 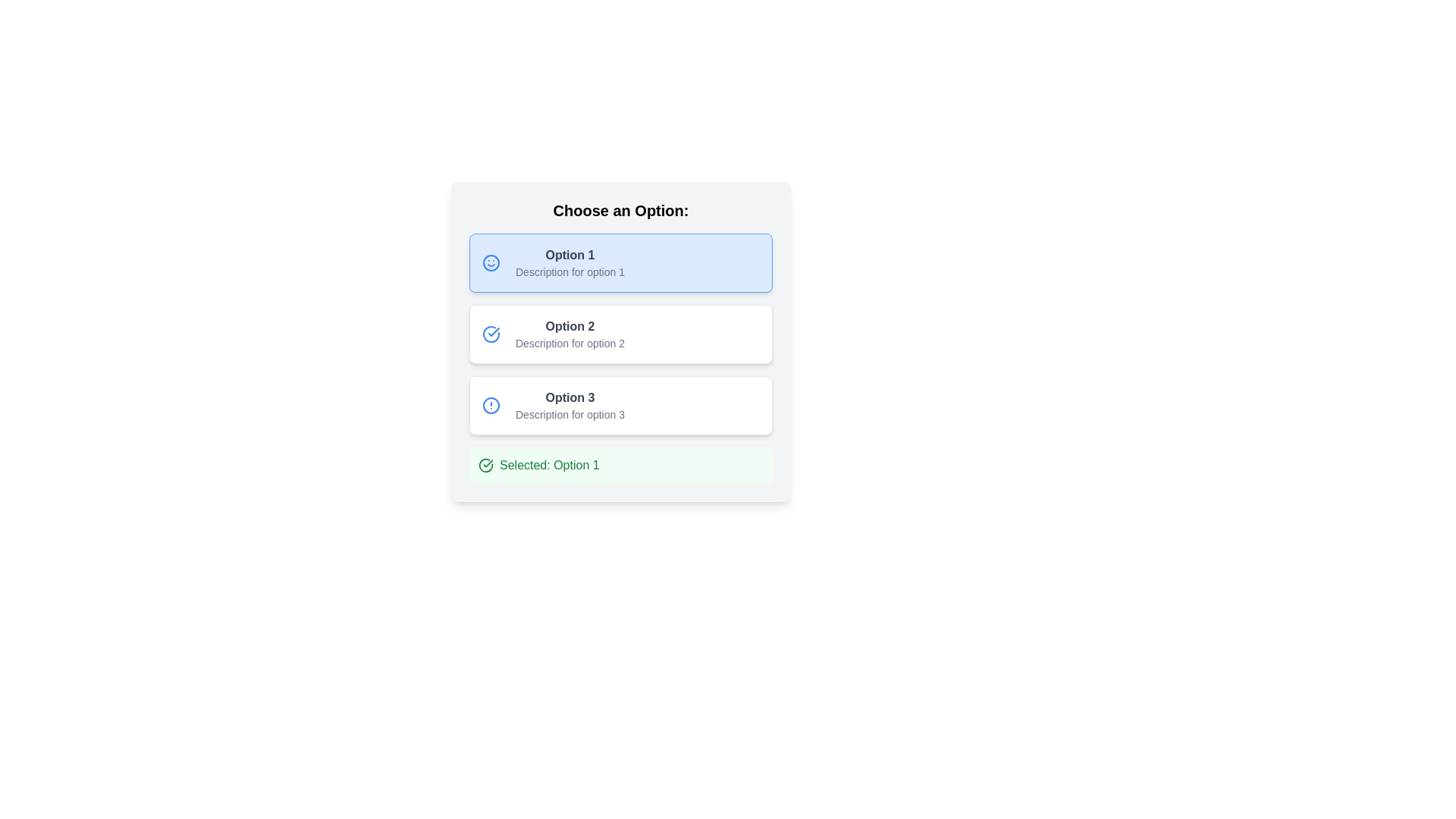 What do you see at coordinates (570, 343) in the screenshot?
I see `the text label that reads 'Description for option 2', which is styled in a smaller, gray font and located beneath the title 'Option 2'` at bounding box center [570, 343].